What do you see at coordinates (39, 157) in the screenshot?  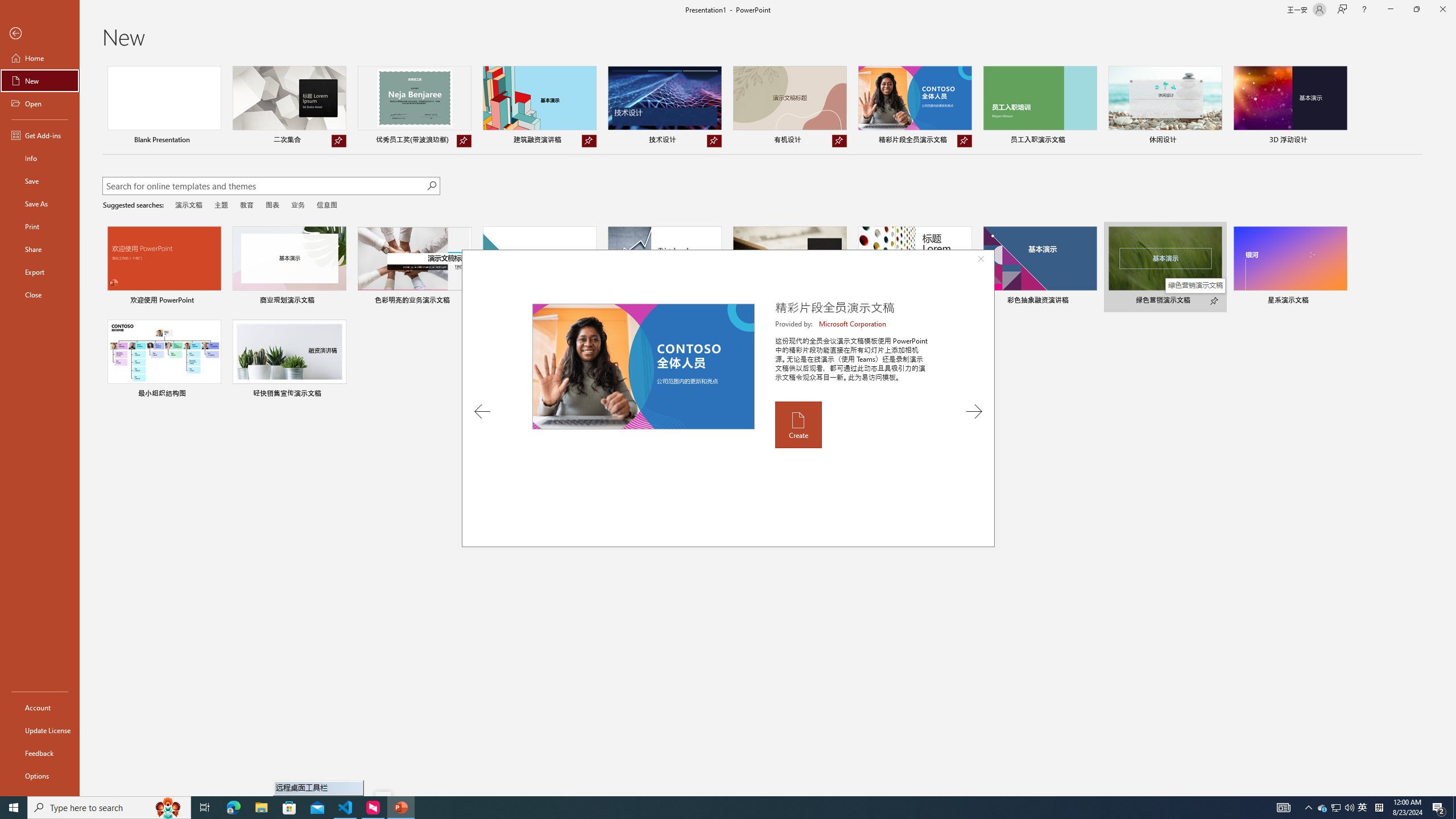 I see `'Info'` at bounding box center [39, 157].